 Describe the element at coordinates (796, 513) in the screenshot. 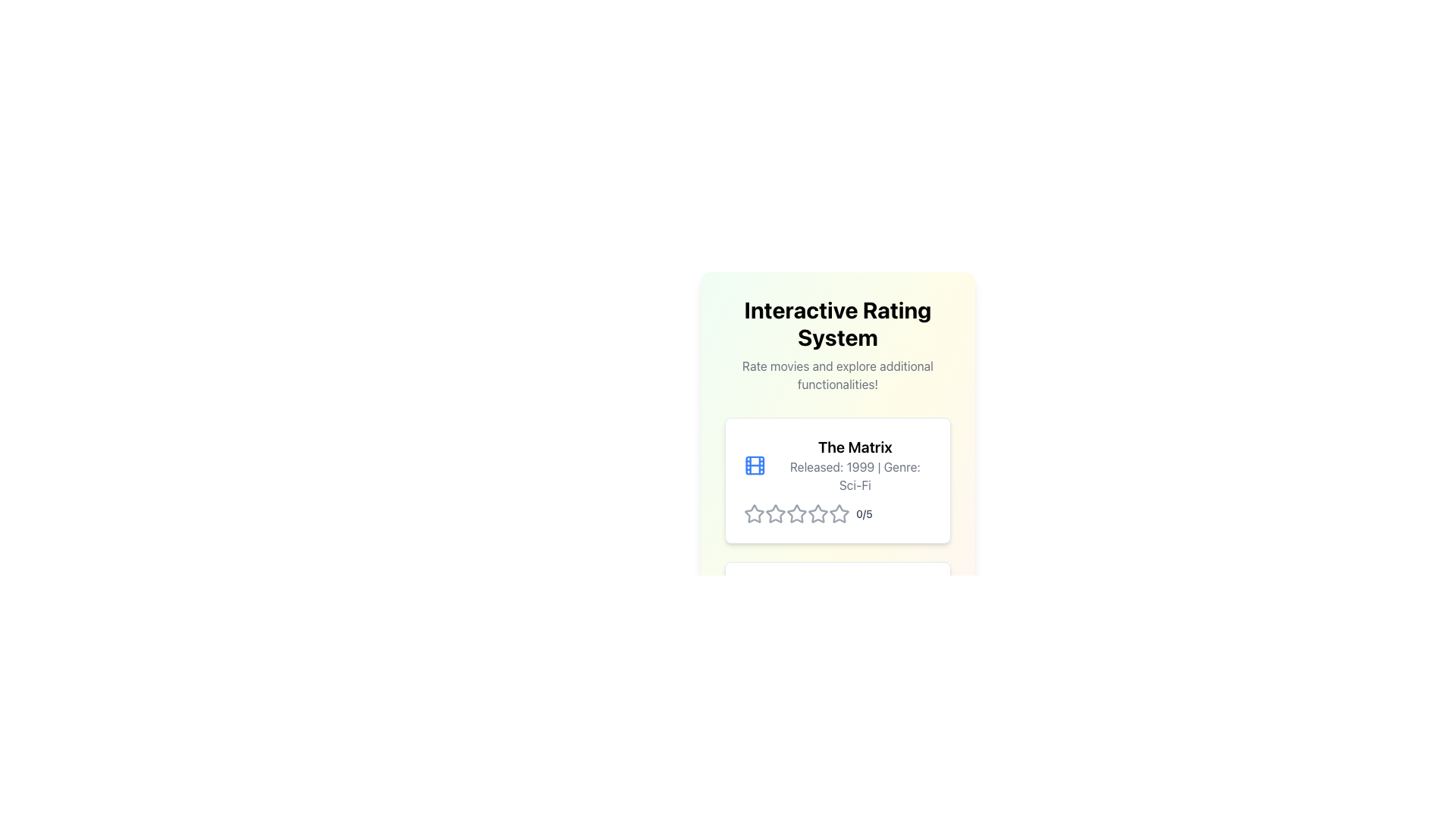

I see `the third star rating element under the rating section for 'The Matrix'` at that location.